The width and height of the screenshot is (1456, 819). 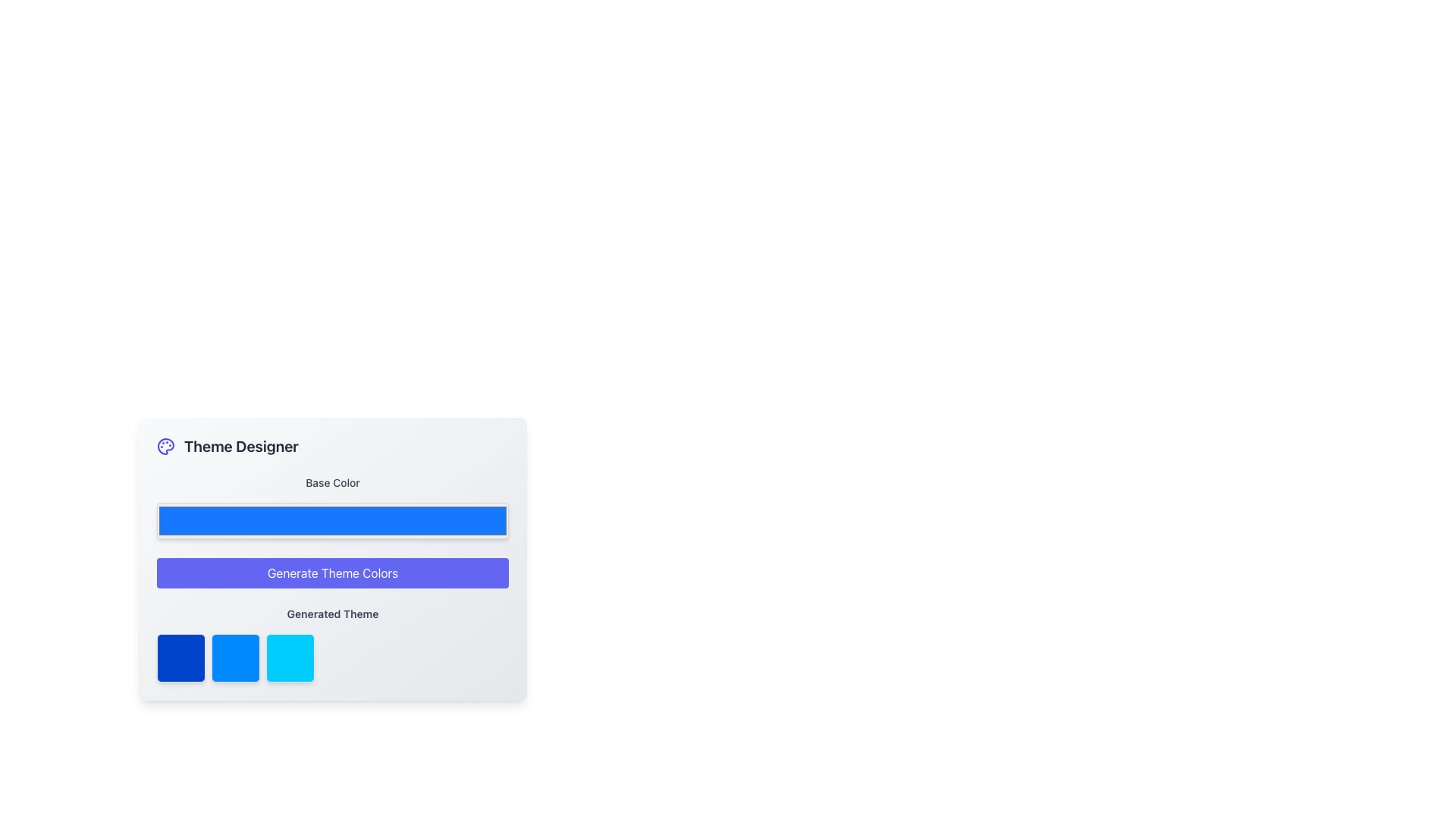 I want to click on the main circular part of the SVG palette icon located to the left of the 'Theme Designer' label using alternate input devices, so click(x=166, y=446).